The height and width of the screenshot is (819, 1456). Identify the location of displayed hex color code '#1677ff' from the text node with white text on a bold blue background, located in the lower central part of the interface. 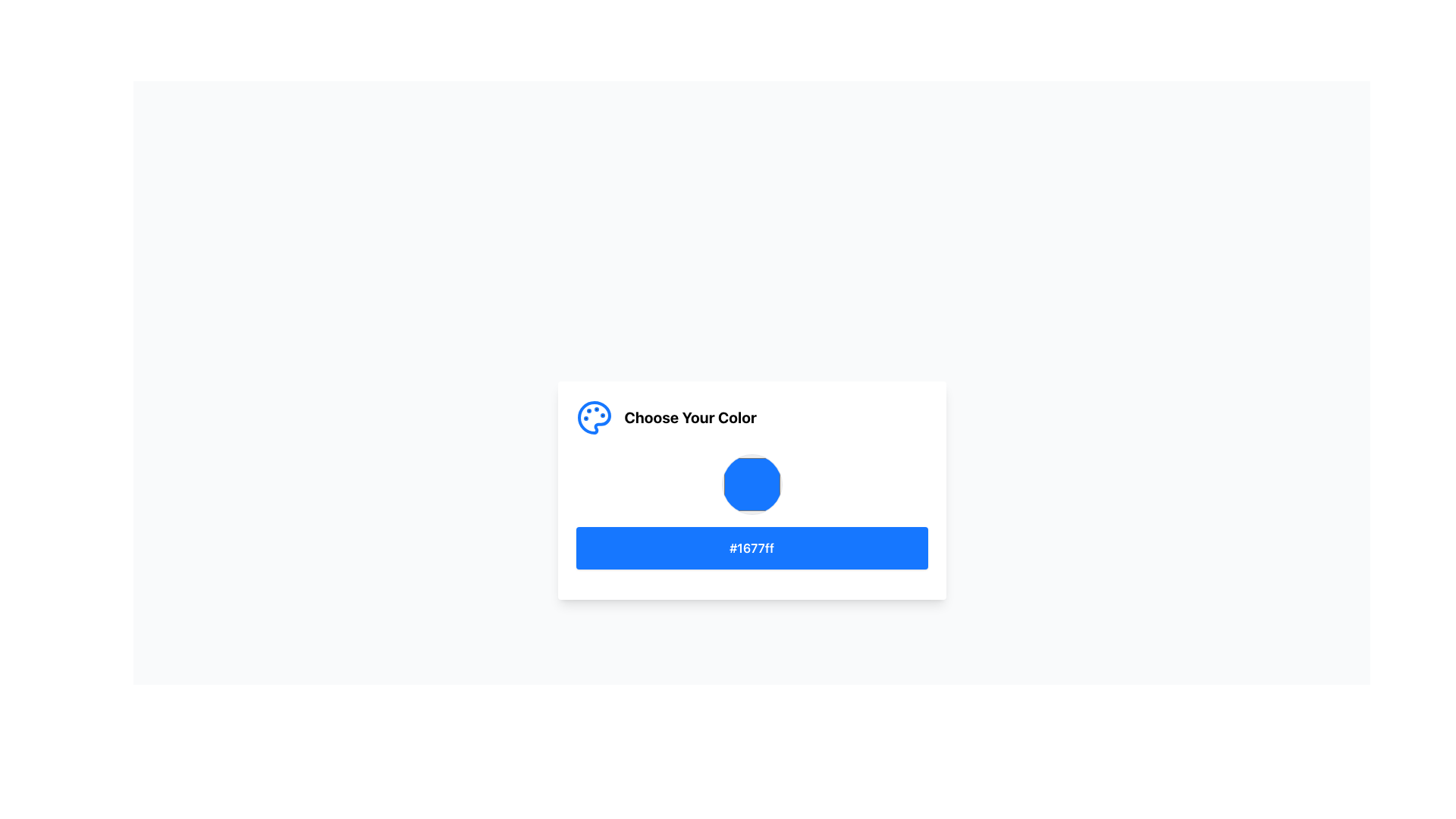
(752, 548).